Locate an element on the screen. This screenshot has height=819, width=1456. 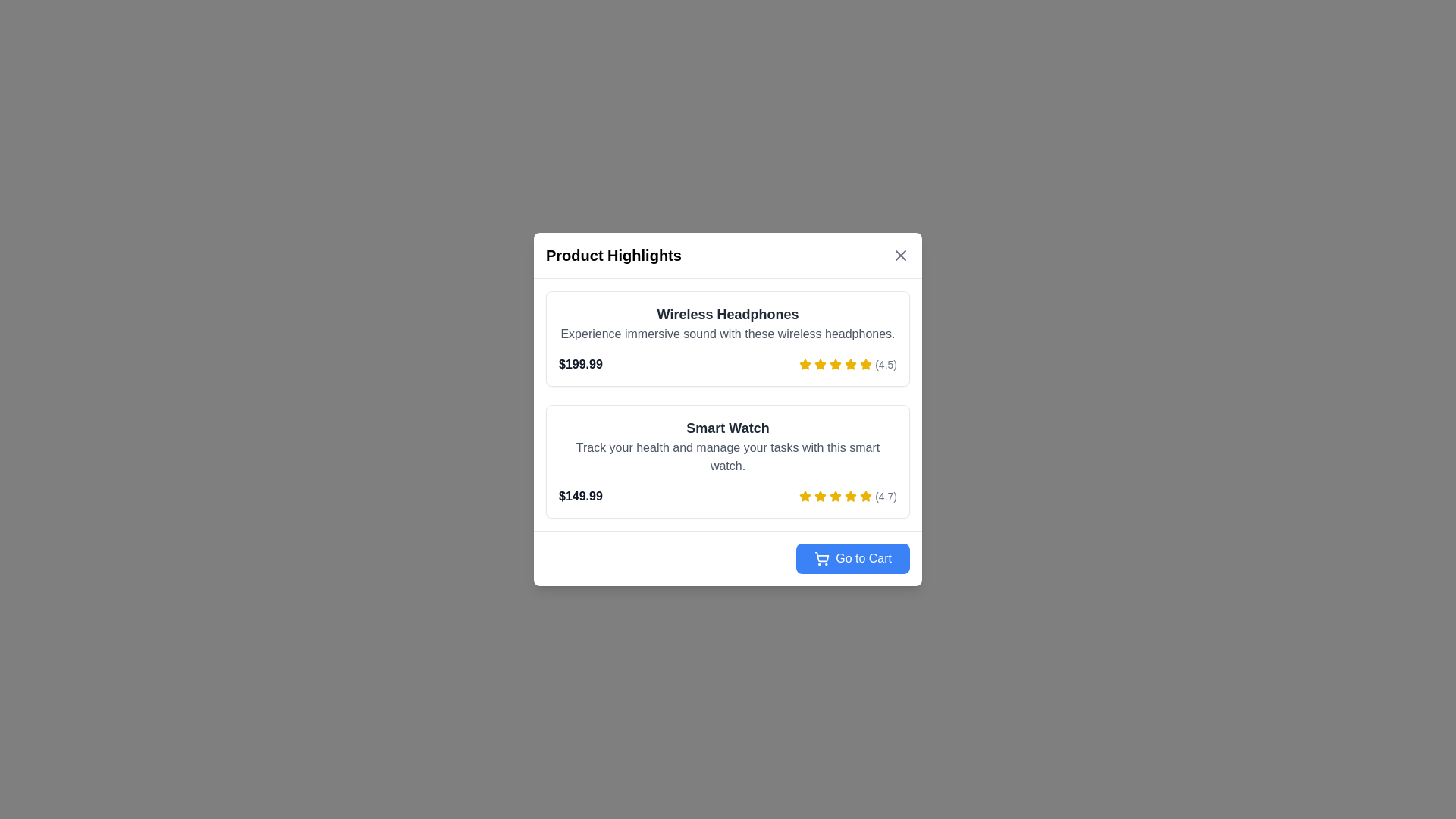
the product title text element located in the 'Product Highlights' dialog box, which identifies the second product in the listing is located at coordinates (728, 428).